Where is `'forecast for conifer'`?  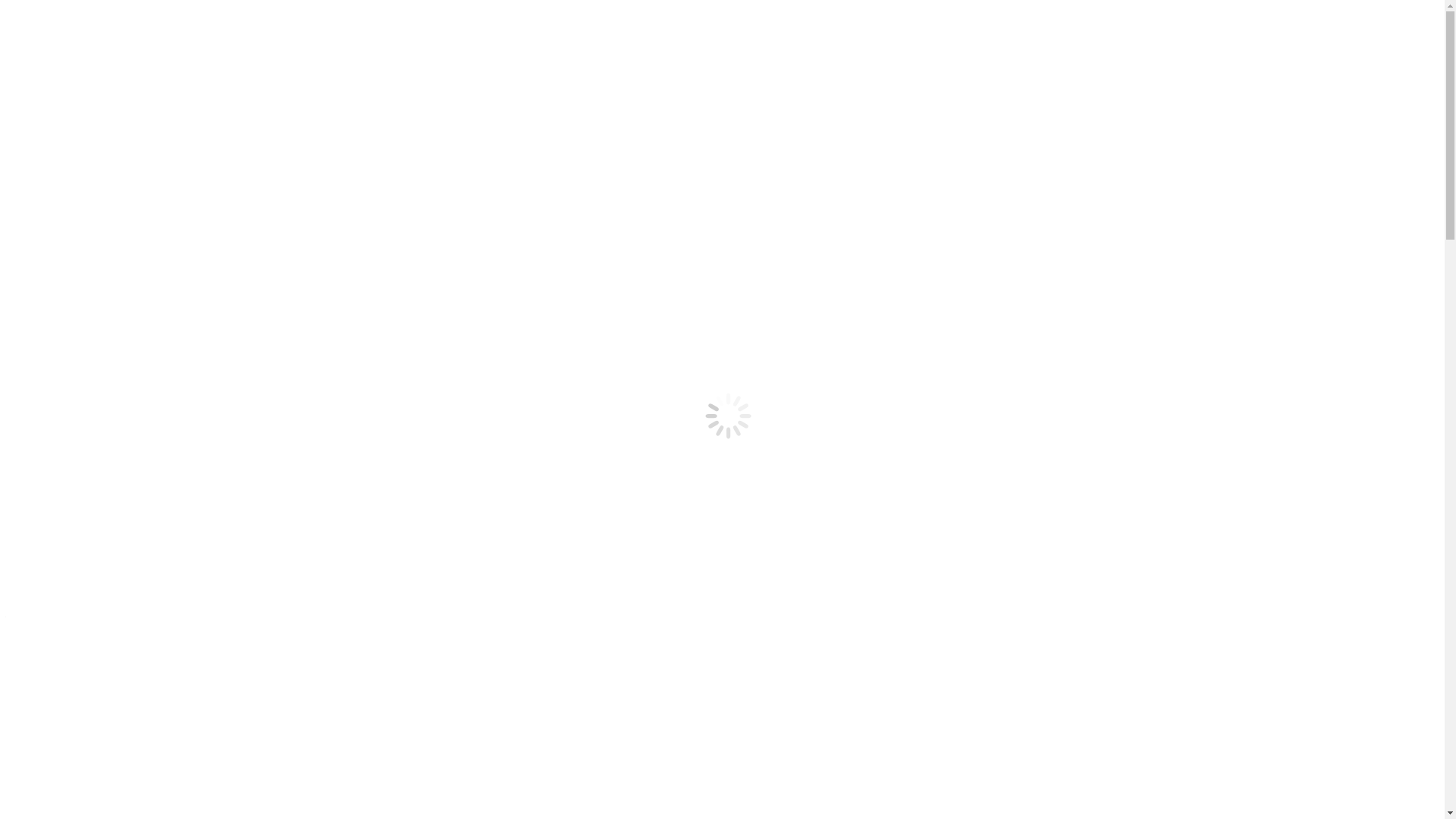
'forecast for conifer' is located at coordinates (491, 763).